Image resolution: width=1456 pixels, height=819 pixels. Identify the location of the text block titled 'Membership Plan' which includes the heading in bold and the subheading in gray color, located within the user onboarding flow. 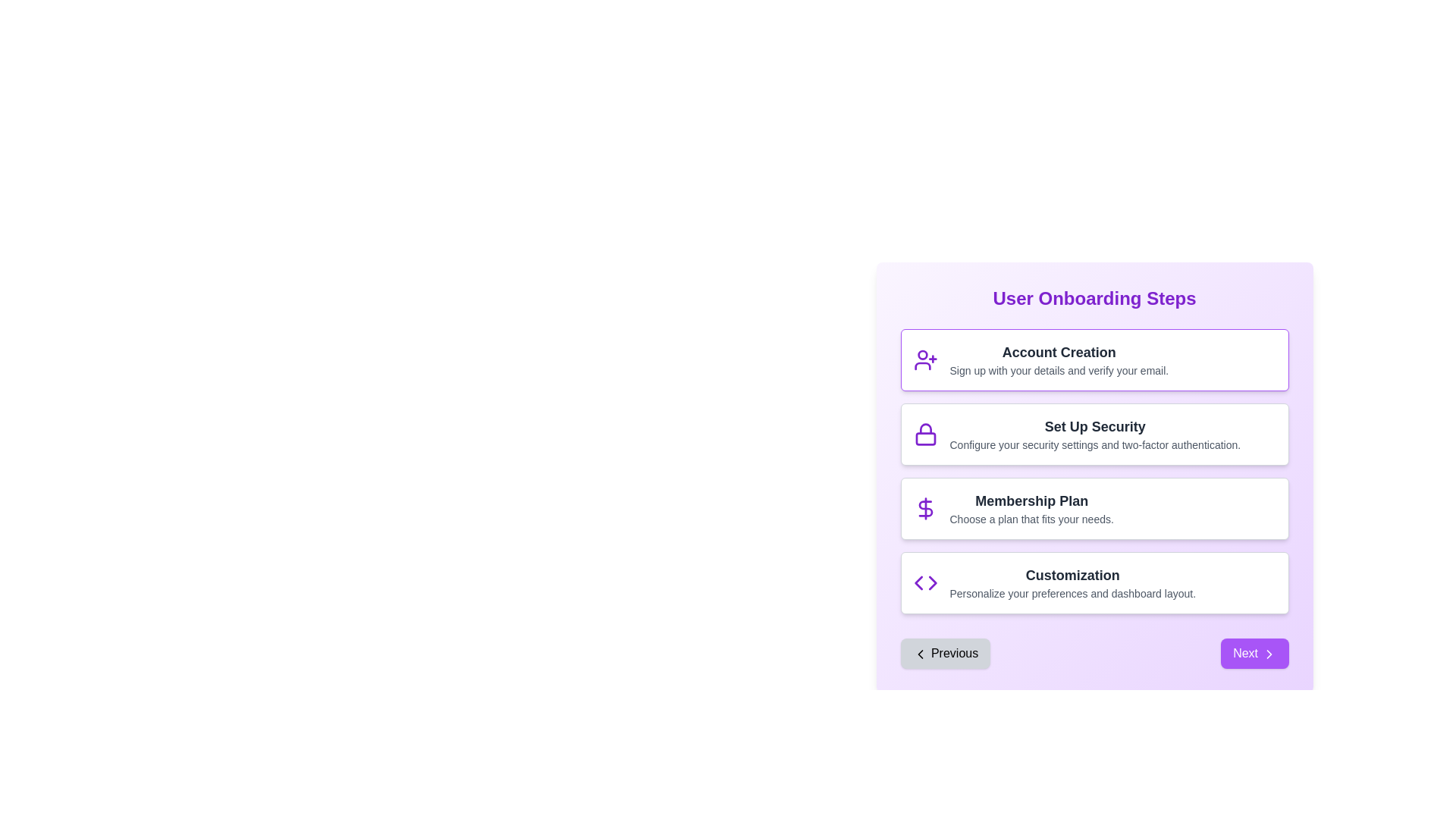
(1031, 509).